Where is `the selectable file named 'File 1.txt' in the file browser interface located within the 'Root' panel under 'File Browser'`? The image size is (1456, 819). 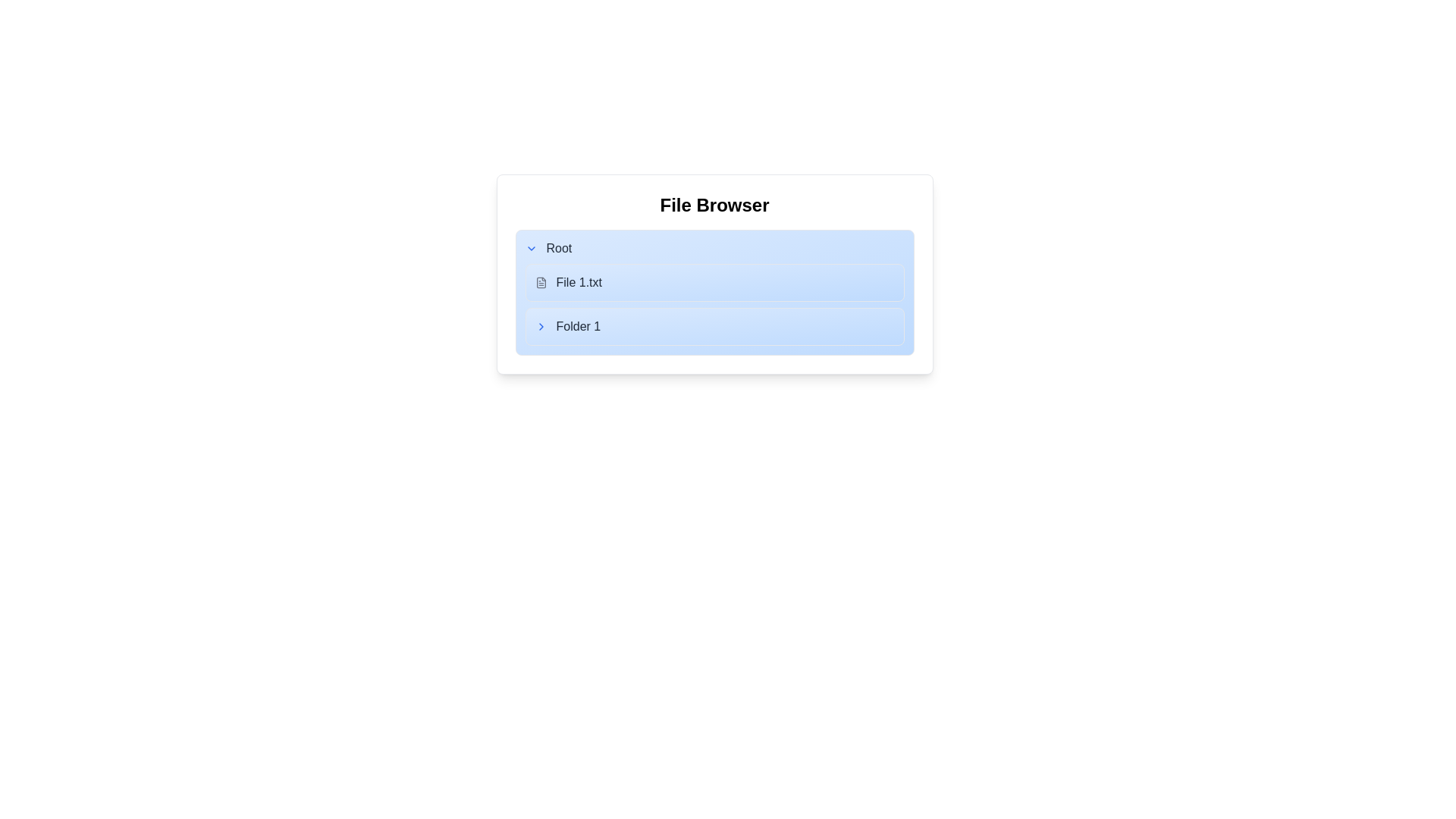 the selectable file named 'File 1.txt' in the file browser interface located within the 'Root' panel under 'File Browser' is located at coordinates (714, 283).